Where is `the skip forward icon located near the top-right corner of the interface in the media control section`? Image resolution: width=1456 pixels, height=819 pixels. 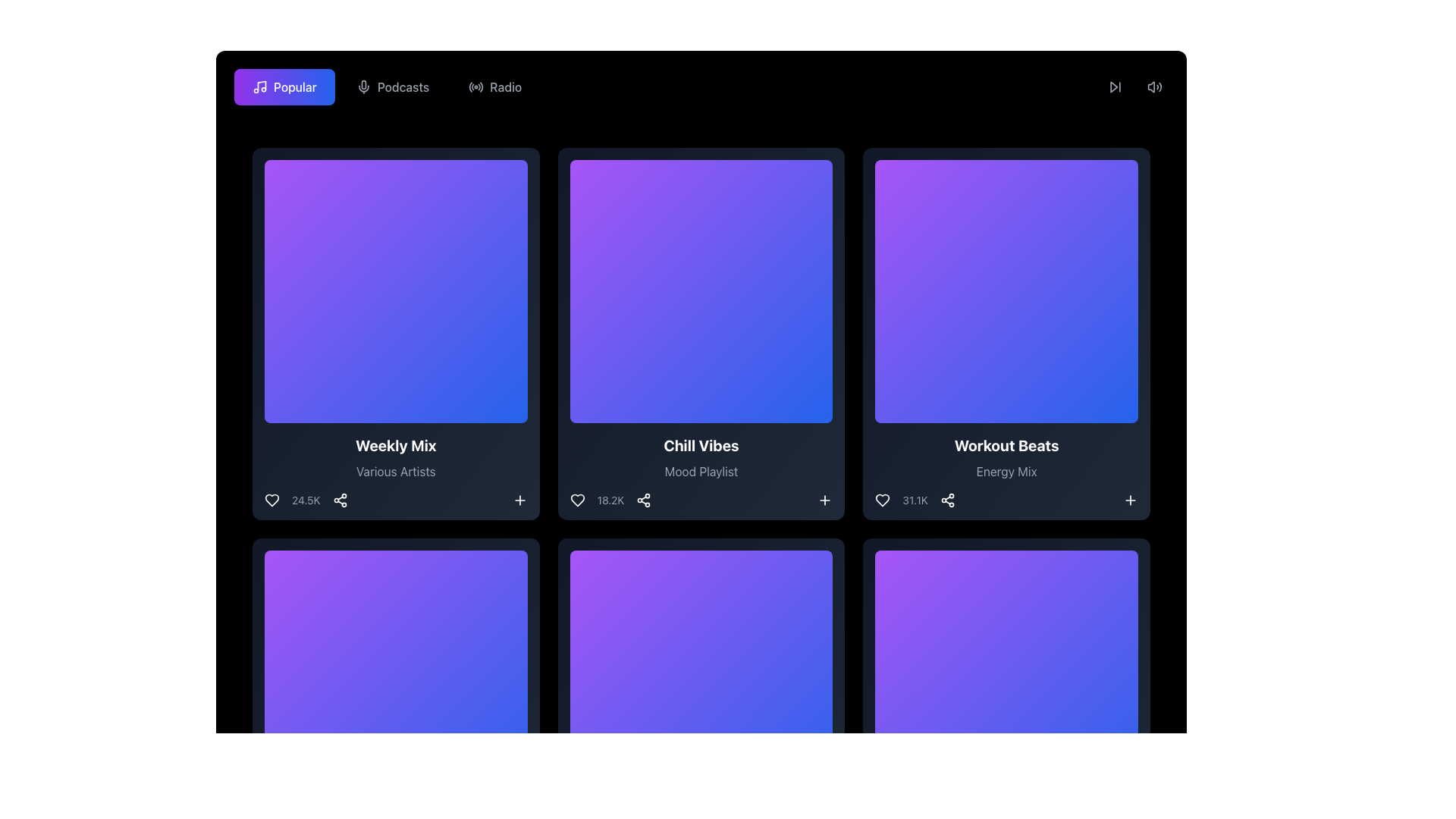
the skip forward icon located near the top-right corner of the interface in the media control section is located at coordinates (1113, 87).